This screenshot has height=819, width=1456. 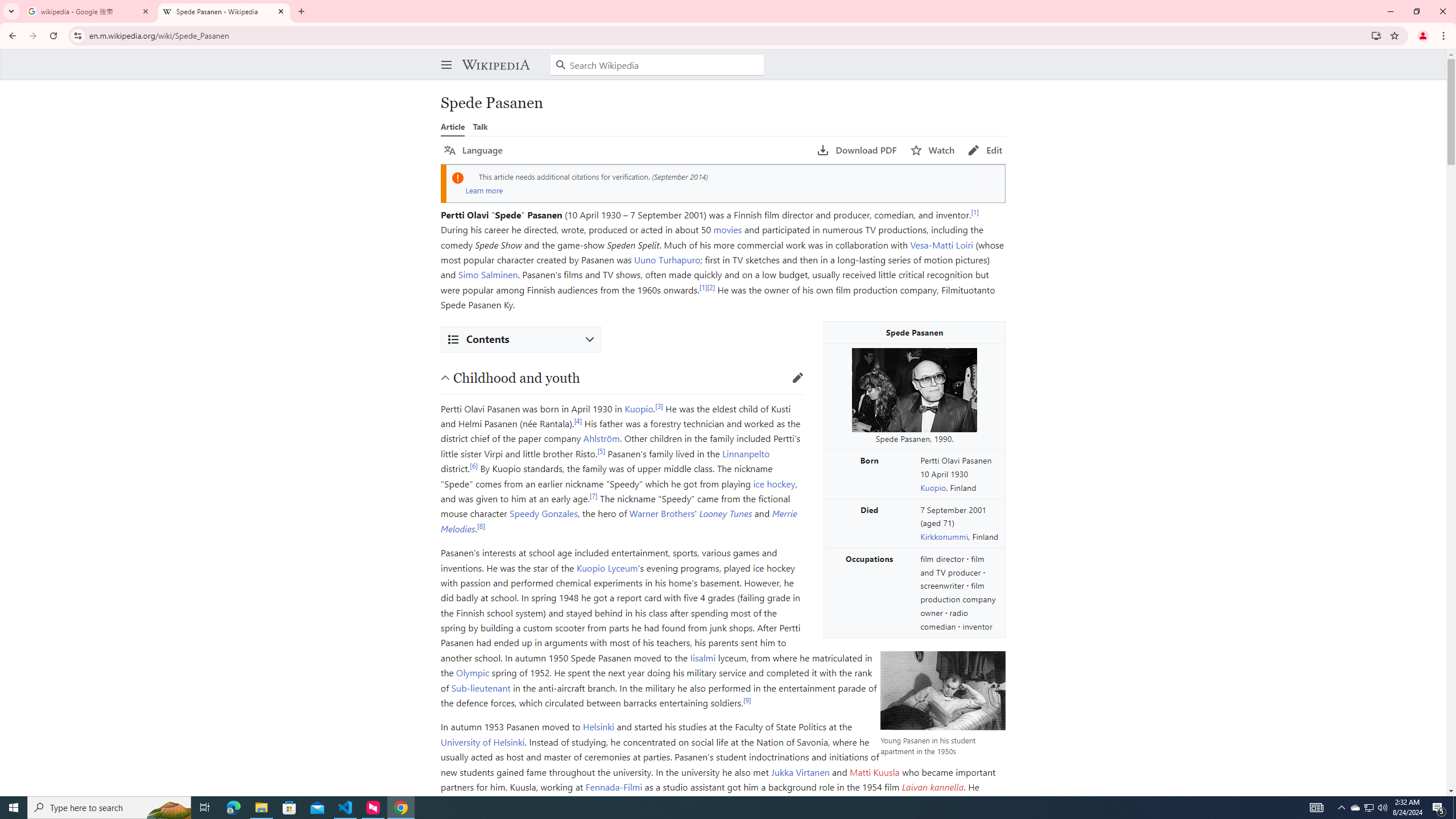 I want to click on 'AutomationID: page-actions-watch', so click(x=932, y=150).